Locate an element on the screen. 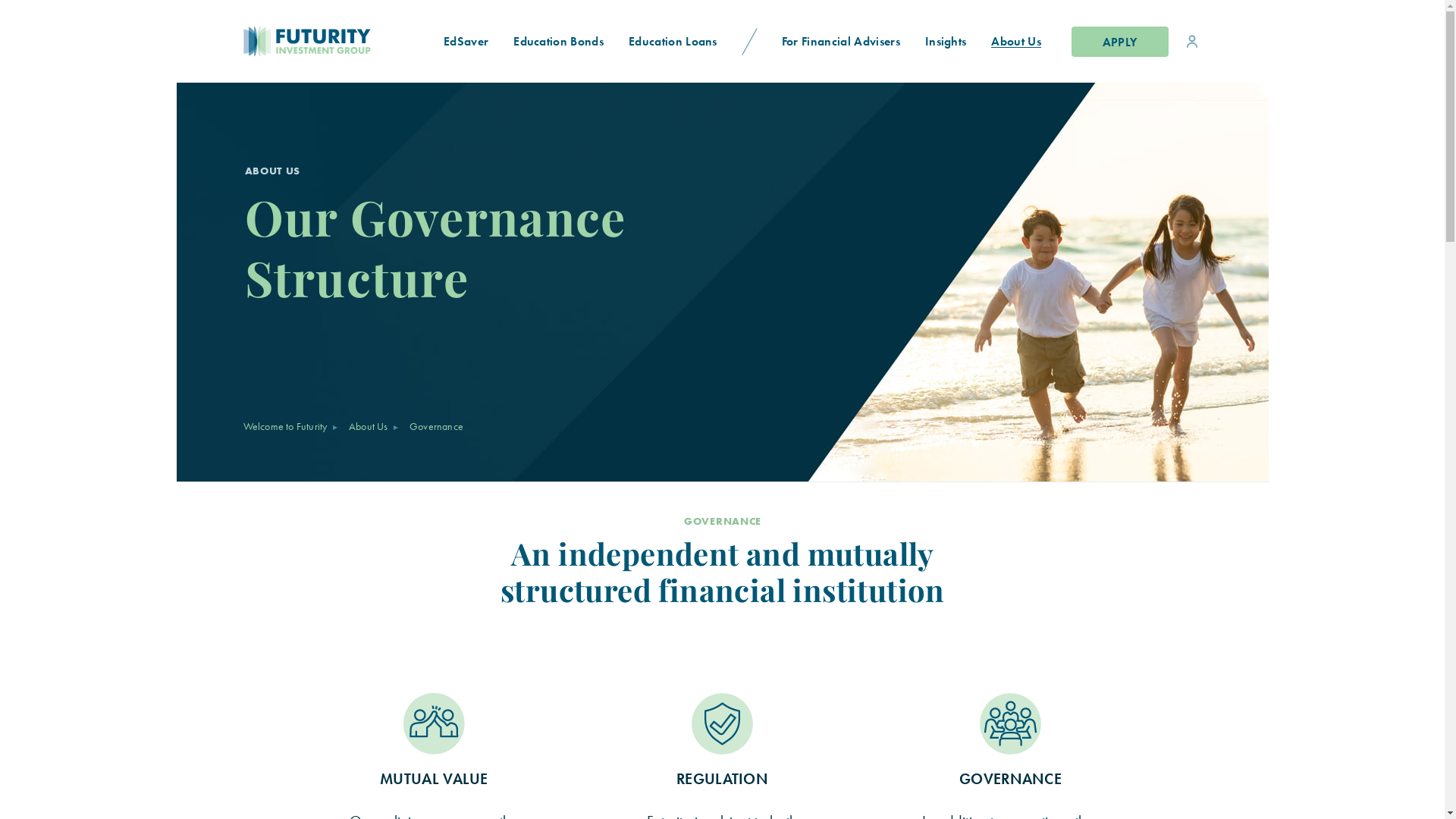  'For Financial Advisers' is located at coordinates (839, 40).